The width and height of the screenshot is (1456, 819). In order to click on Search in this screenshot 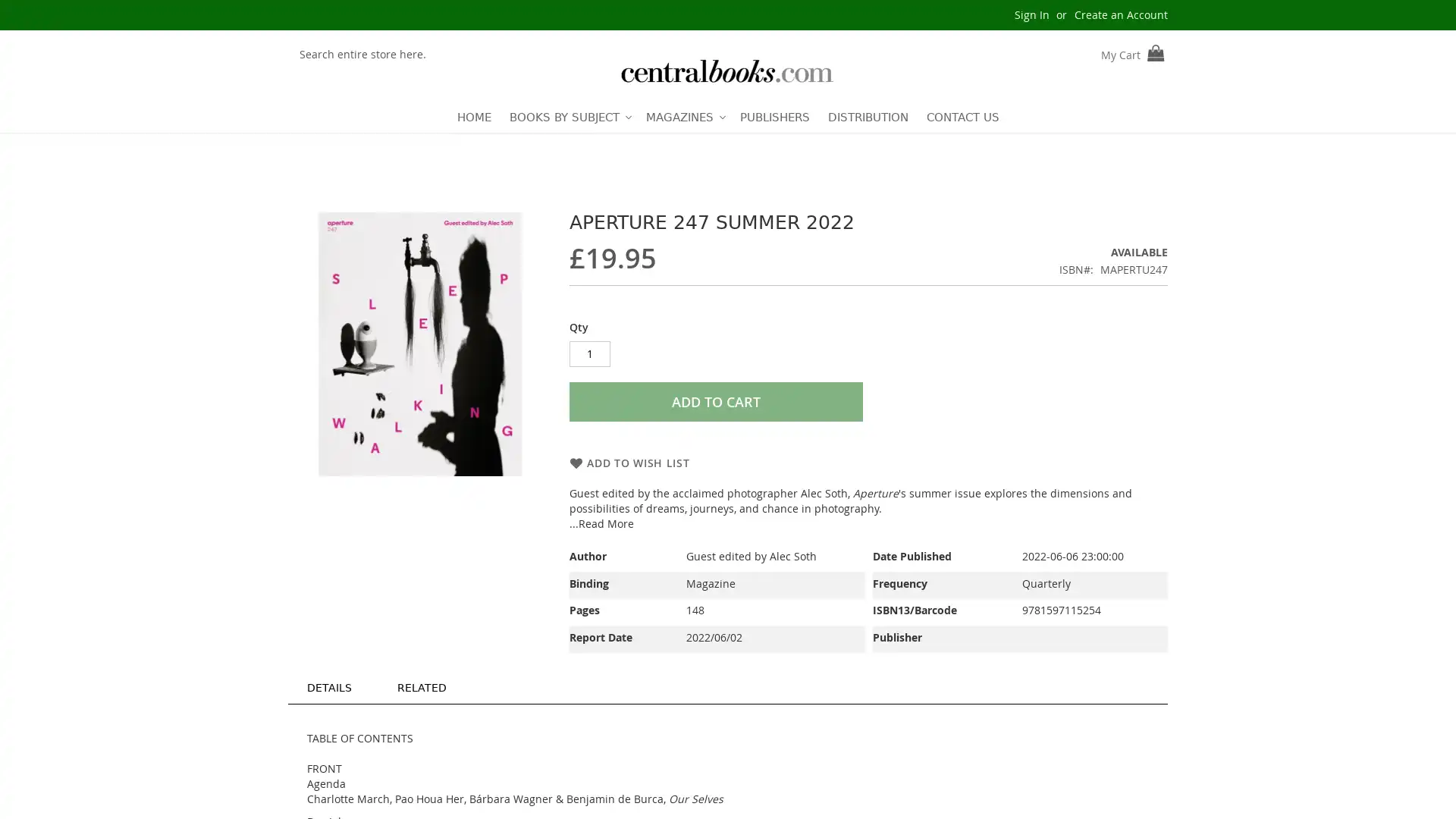, I will do `click(467, 52)`.